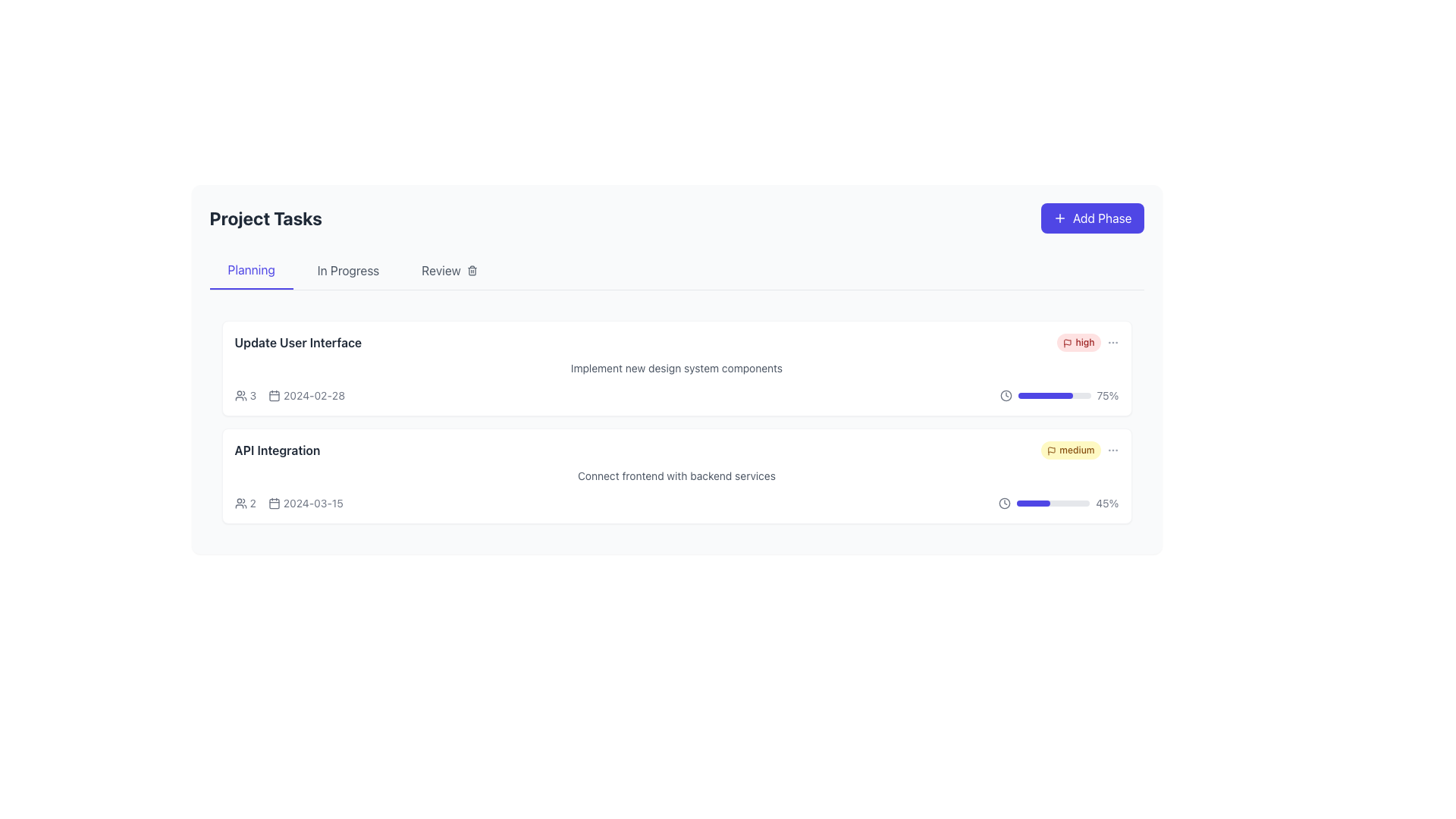  I want to click on the interactive text label 'API Integration' styled in bold gray font located in the first position of the second task row under the 'Project Tasks' section, so click(277, 450).